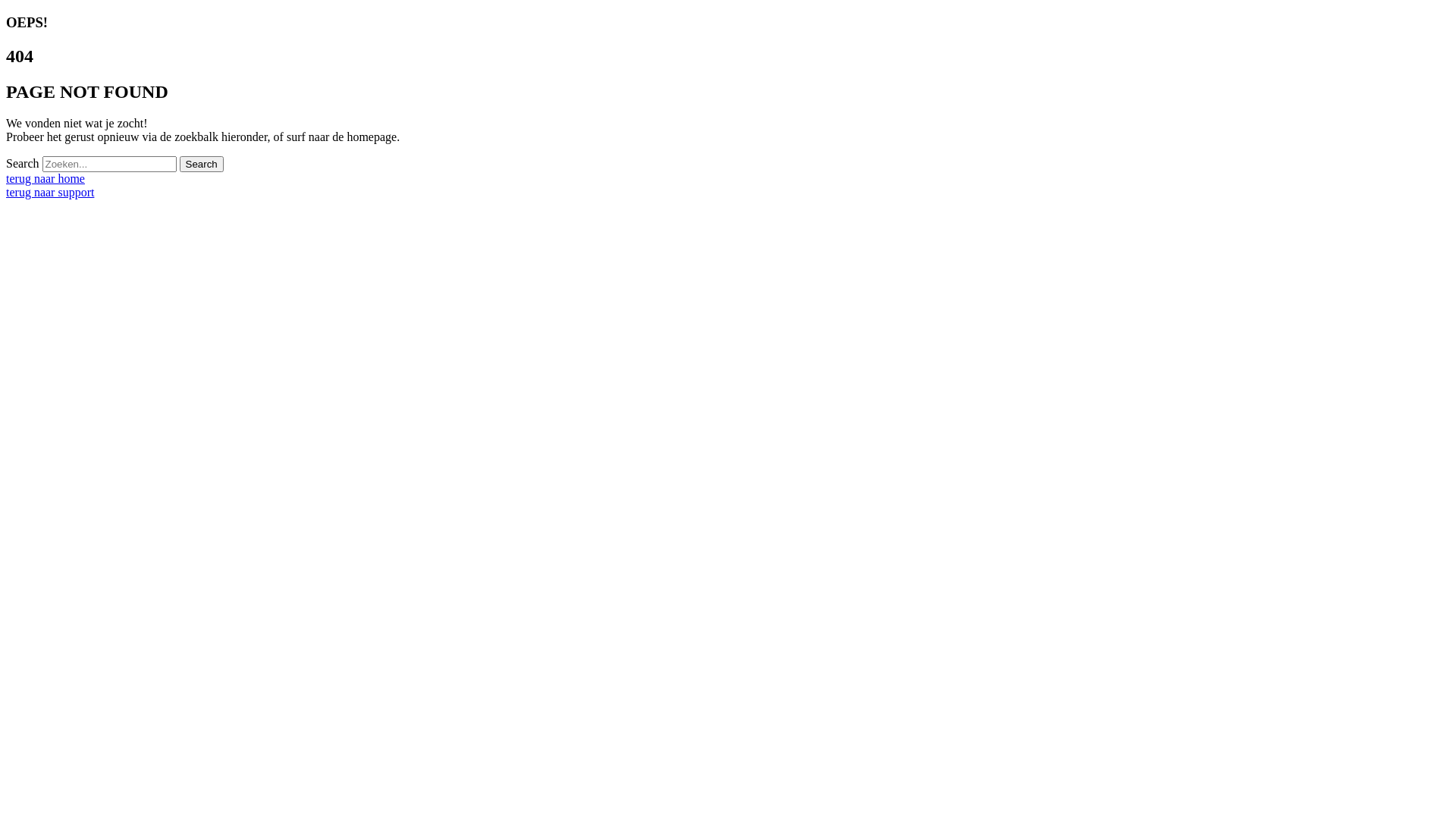 The width and height of the screenshot is (1456, 819). What do you see at coordinates (45, 177) in the screenshot?
I see `'terug naar home'` at bounding box center [45, 177].